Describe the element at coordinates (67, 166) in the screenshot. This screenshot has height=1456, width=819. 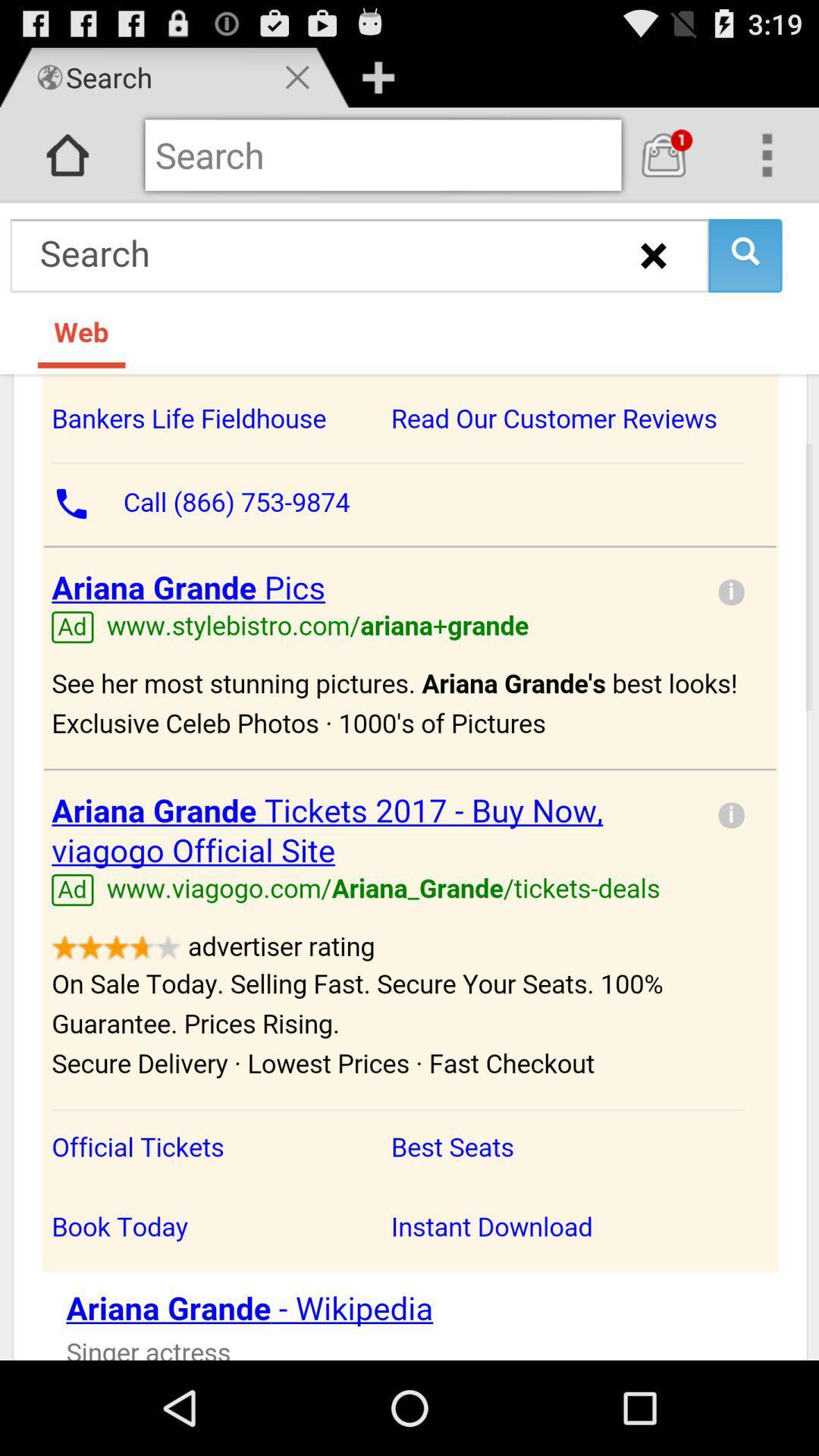
I see `the home icon` at that location.